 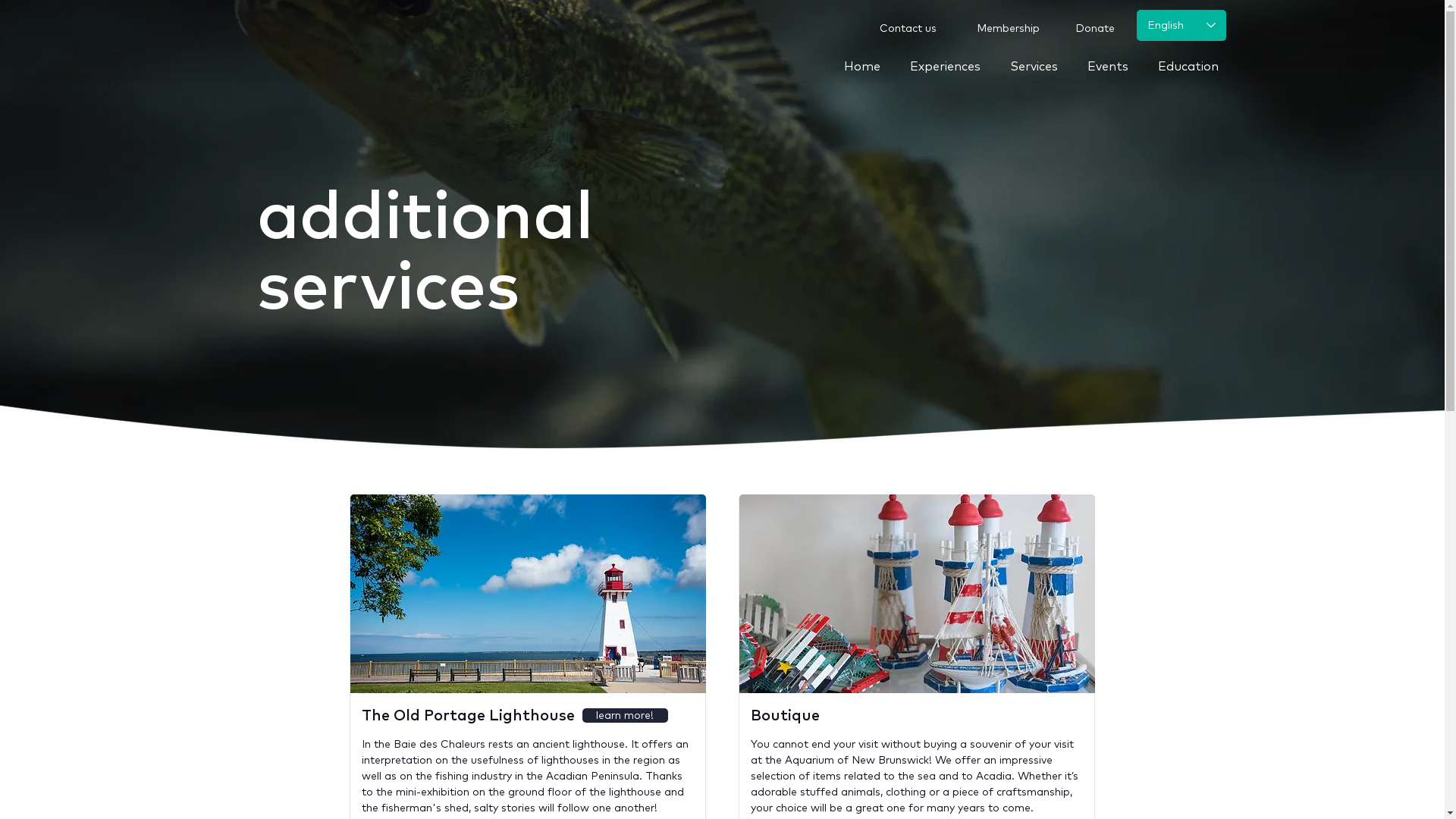 What do you see at coordinates (1041, 58) in the screenshot?
I see `'Services'` at bounding box center [1041, 58].